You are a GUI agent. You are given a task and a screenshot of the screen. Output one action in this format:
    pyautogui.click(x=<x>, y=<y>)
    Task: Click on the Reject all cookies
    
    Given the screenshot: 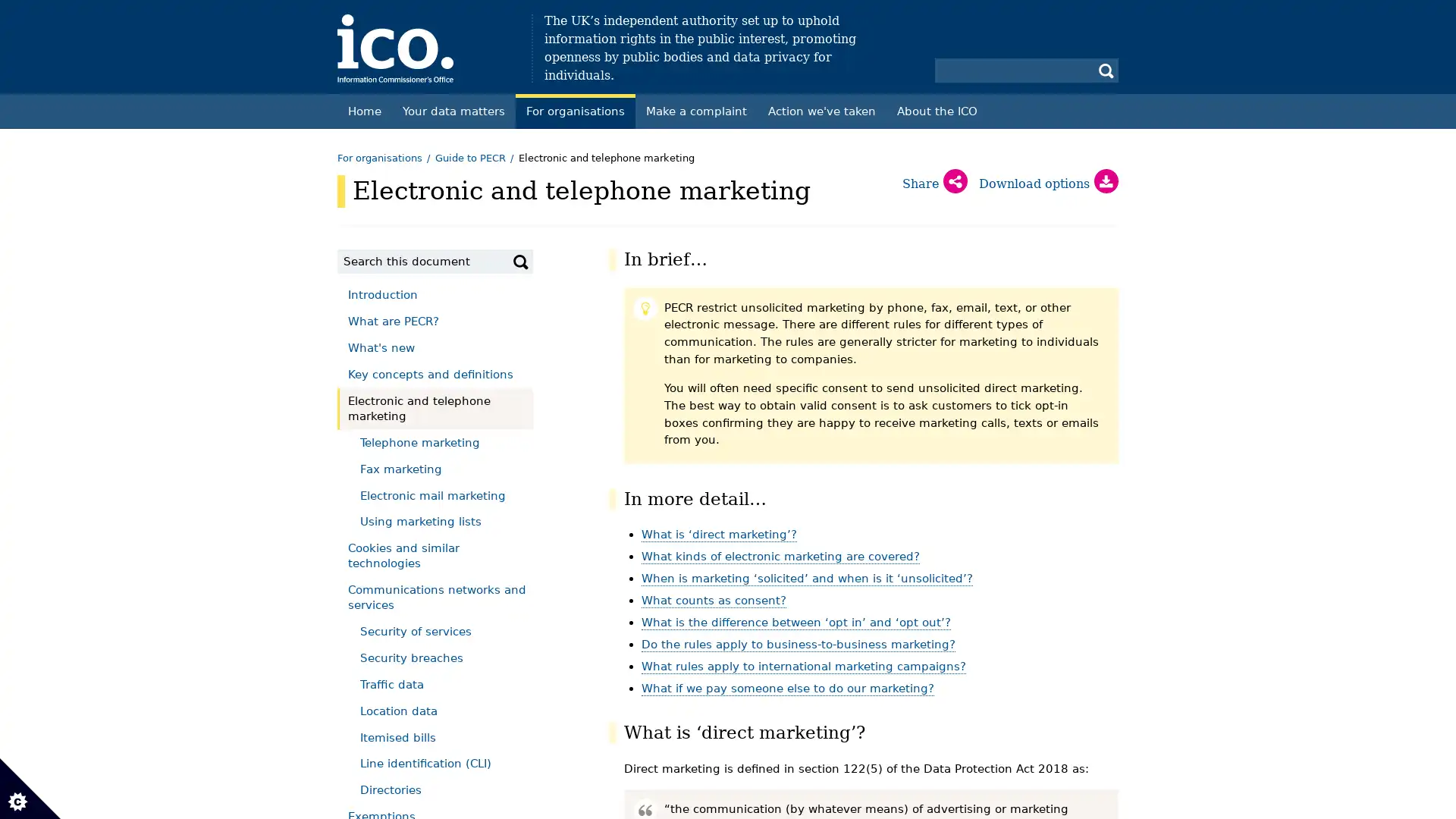 What is the action you would take?
    pyautogui.click(x=270, y=197)
    